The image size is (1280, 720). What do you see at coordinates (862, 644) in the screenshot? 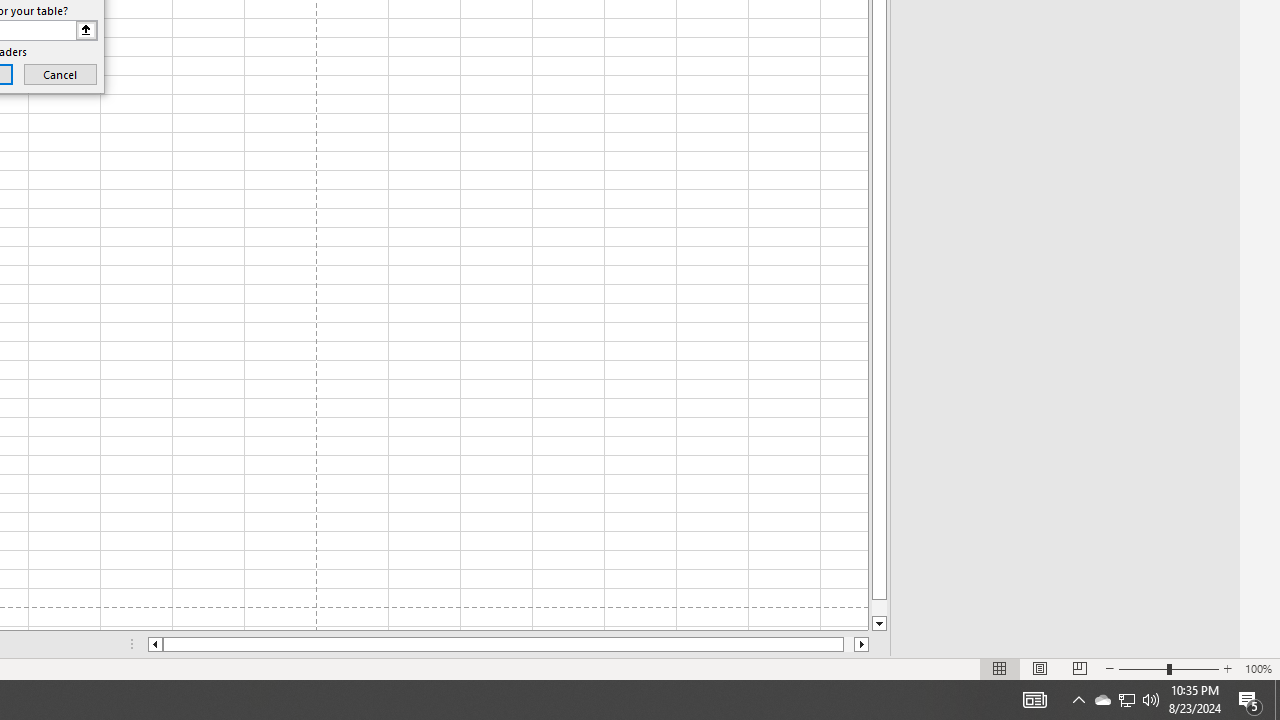
I see `'Column right'` at bounding box center [862, 644].